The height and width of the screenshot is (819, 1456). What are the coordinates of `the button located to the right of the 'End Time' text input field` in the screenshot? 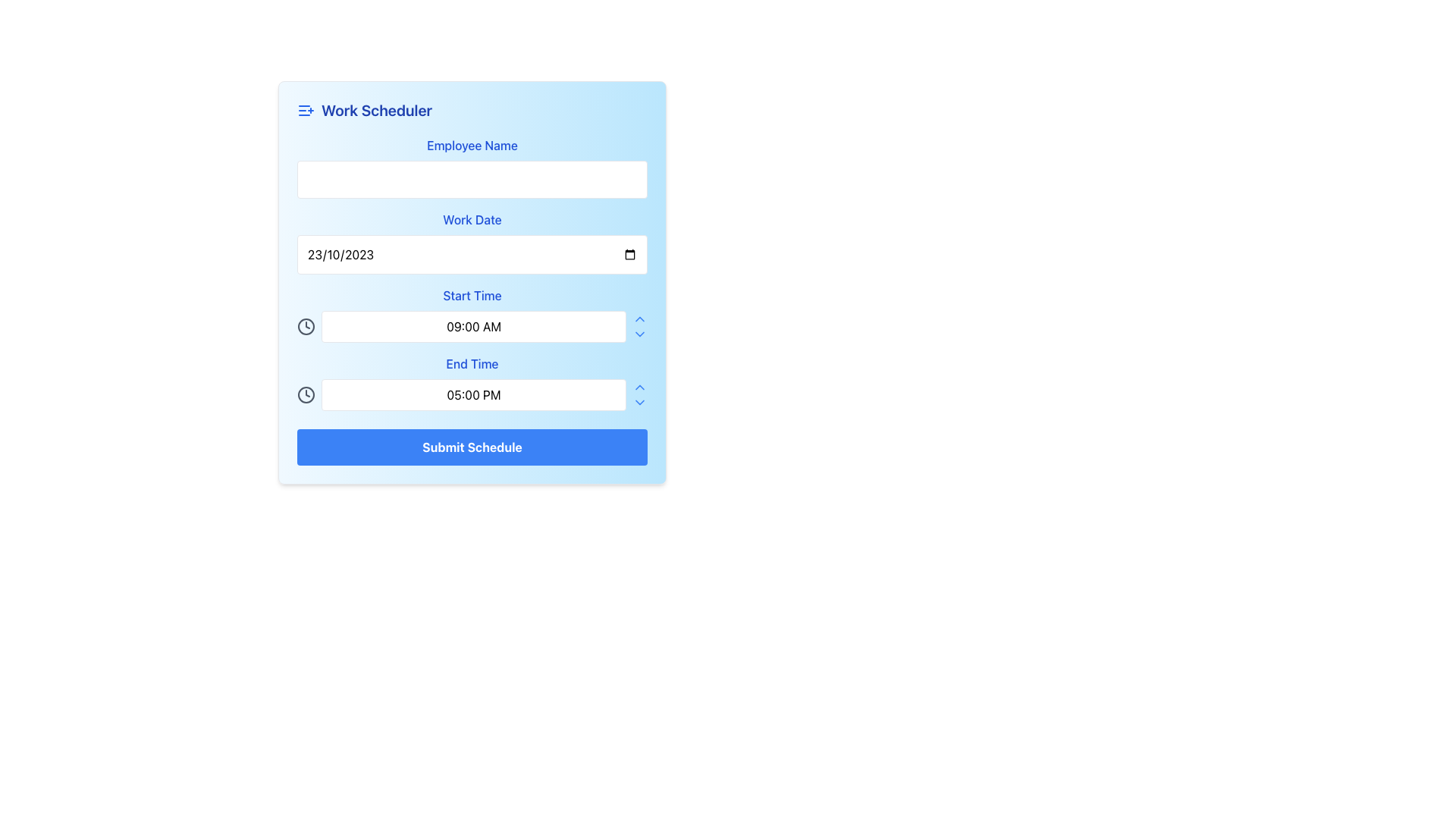 It's located at (640, 402).